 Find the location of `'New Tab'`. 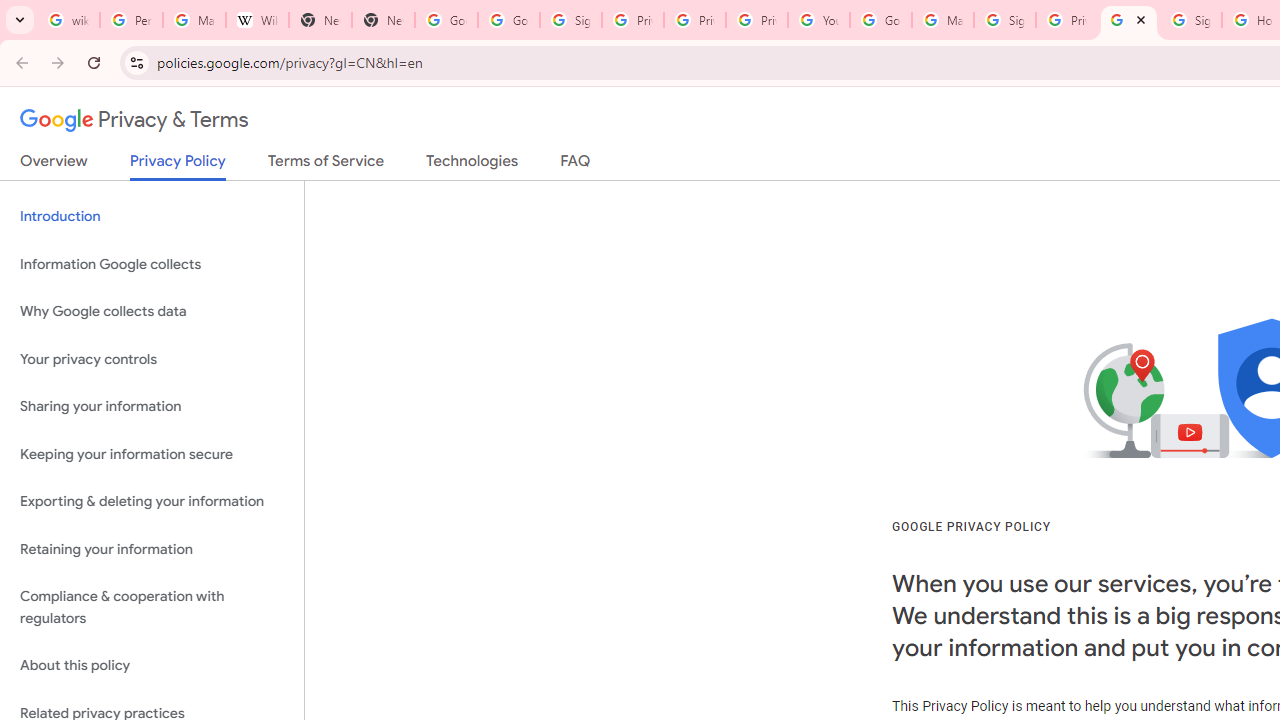

'New Tab' is located at coordinates (320, 20).